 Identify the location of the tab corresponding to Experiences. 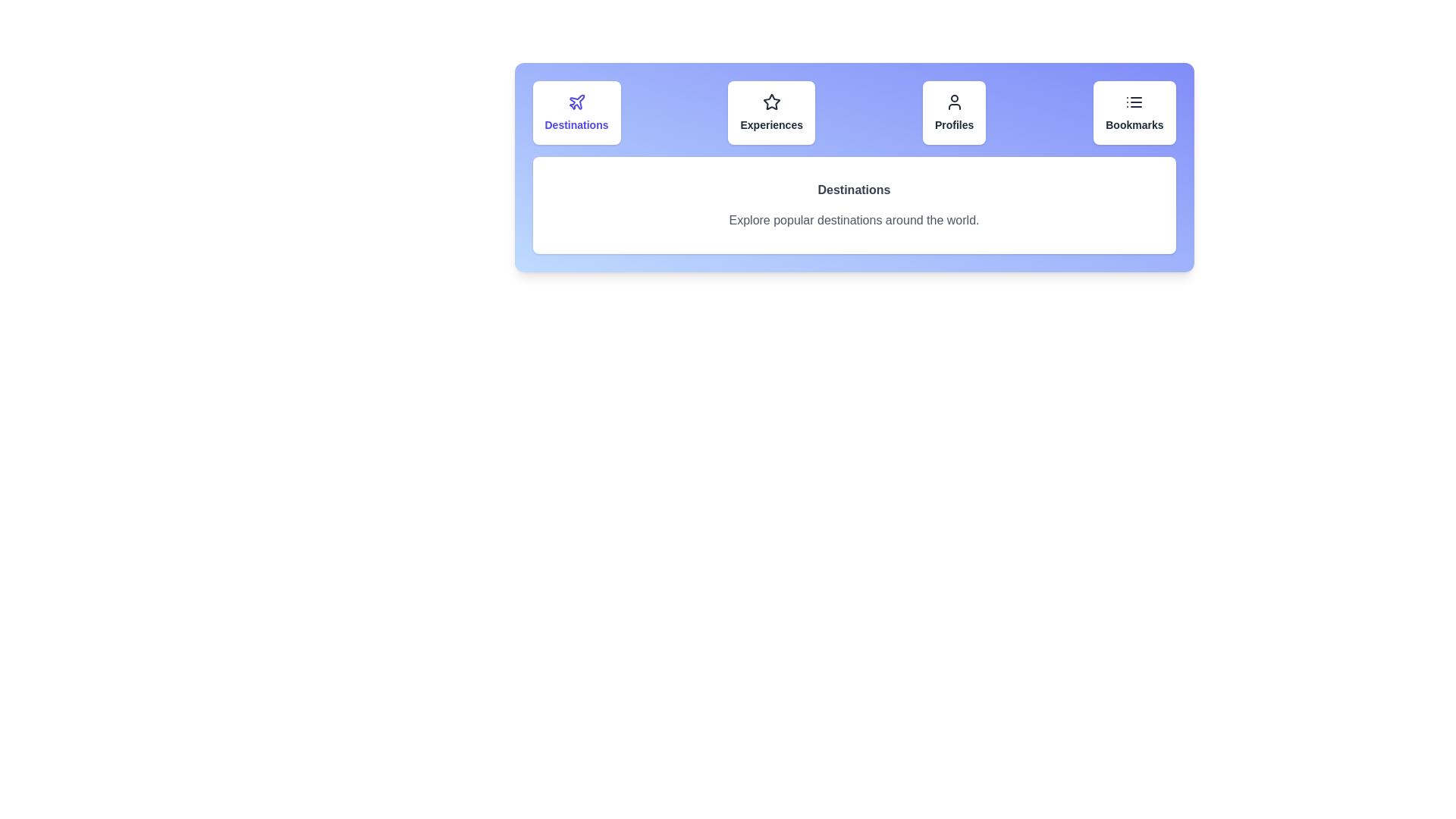
(771, 112).